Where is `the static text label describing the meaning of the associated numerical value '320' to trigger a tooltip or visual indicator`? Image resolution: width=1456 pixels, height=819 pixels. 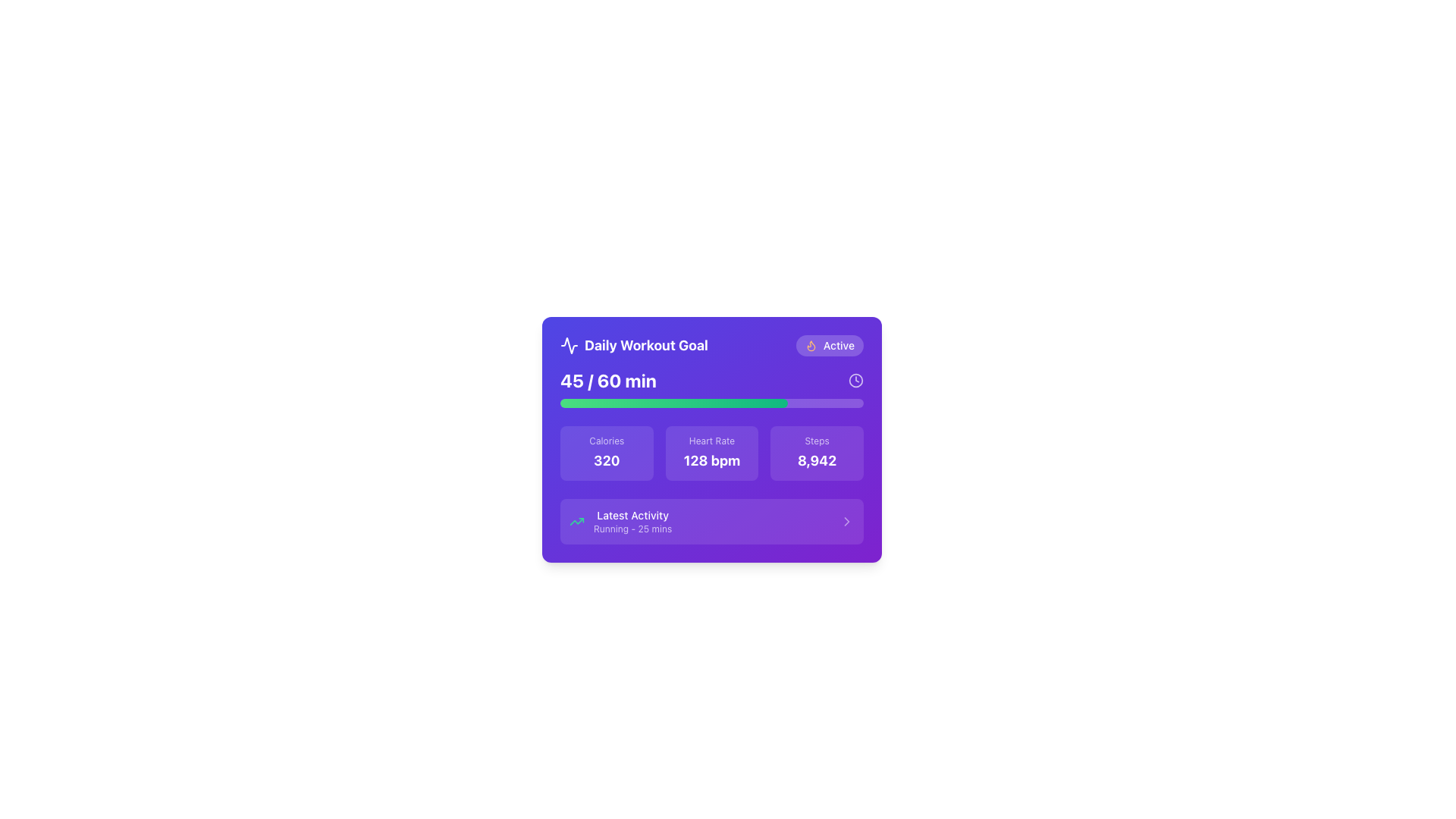
the static text label describing the meaning of the associated numerical value '320' to trigger a tooltip or visual indicator is located at coordinates (607, 441).